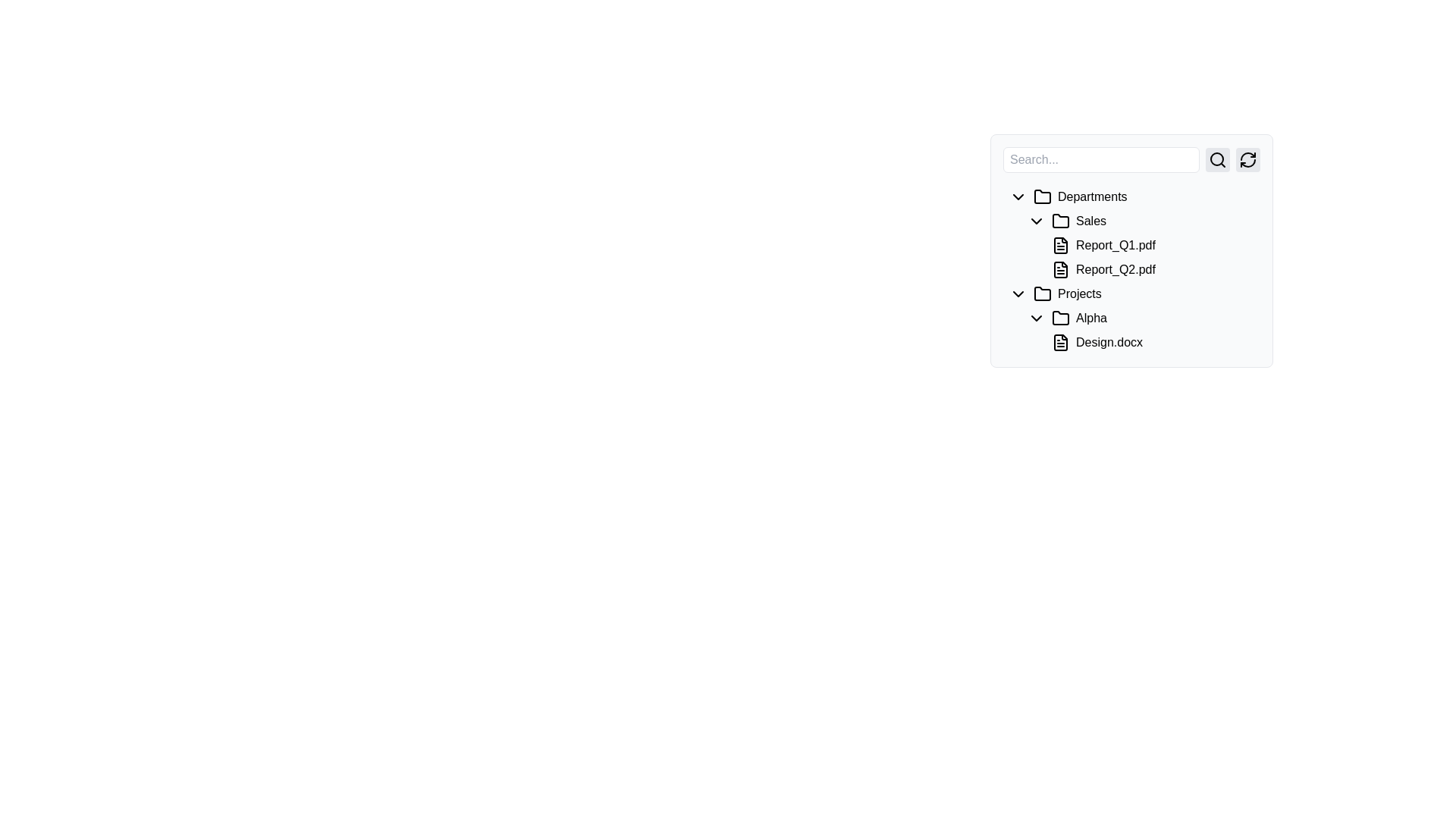 The width and height of the screenshot is (1456, 819). I want to click on to select the list item labeled 'Report_Q1.pdfReport_Q2.pdf' located under the 'Sales' section, so click(1141, 245).